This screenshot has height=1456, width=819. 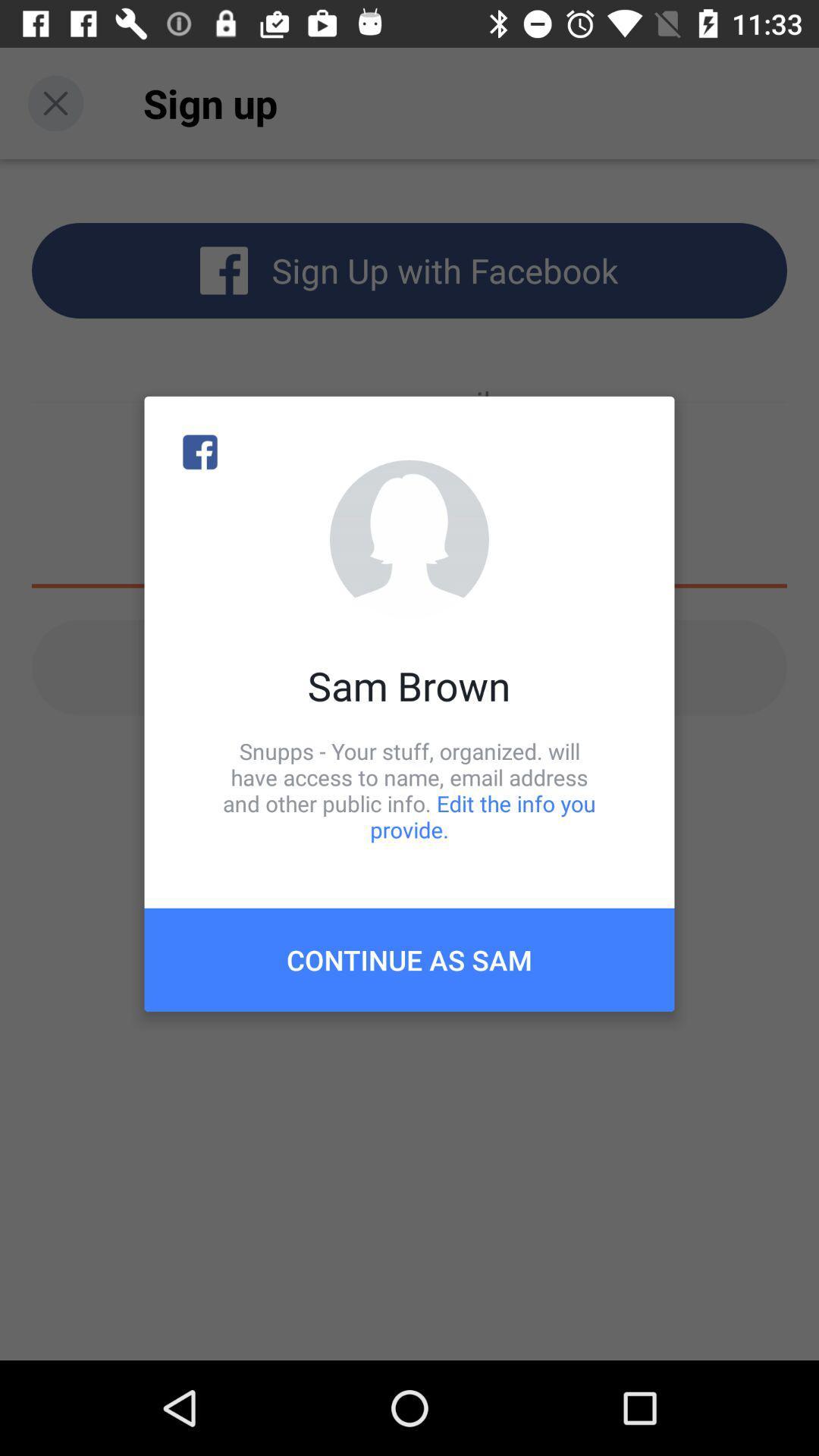 What do you see at coordinates (409, 959) in the screenshot?
I see `continue as sam icon` at bounding box center [409, 959].